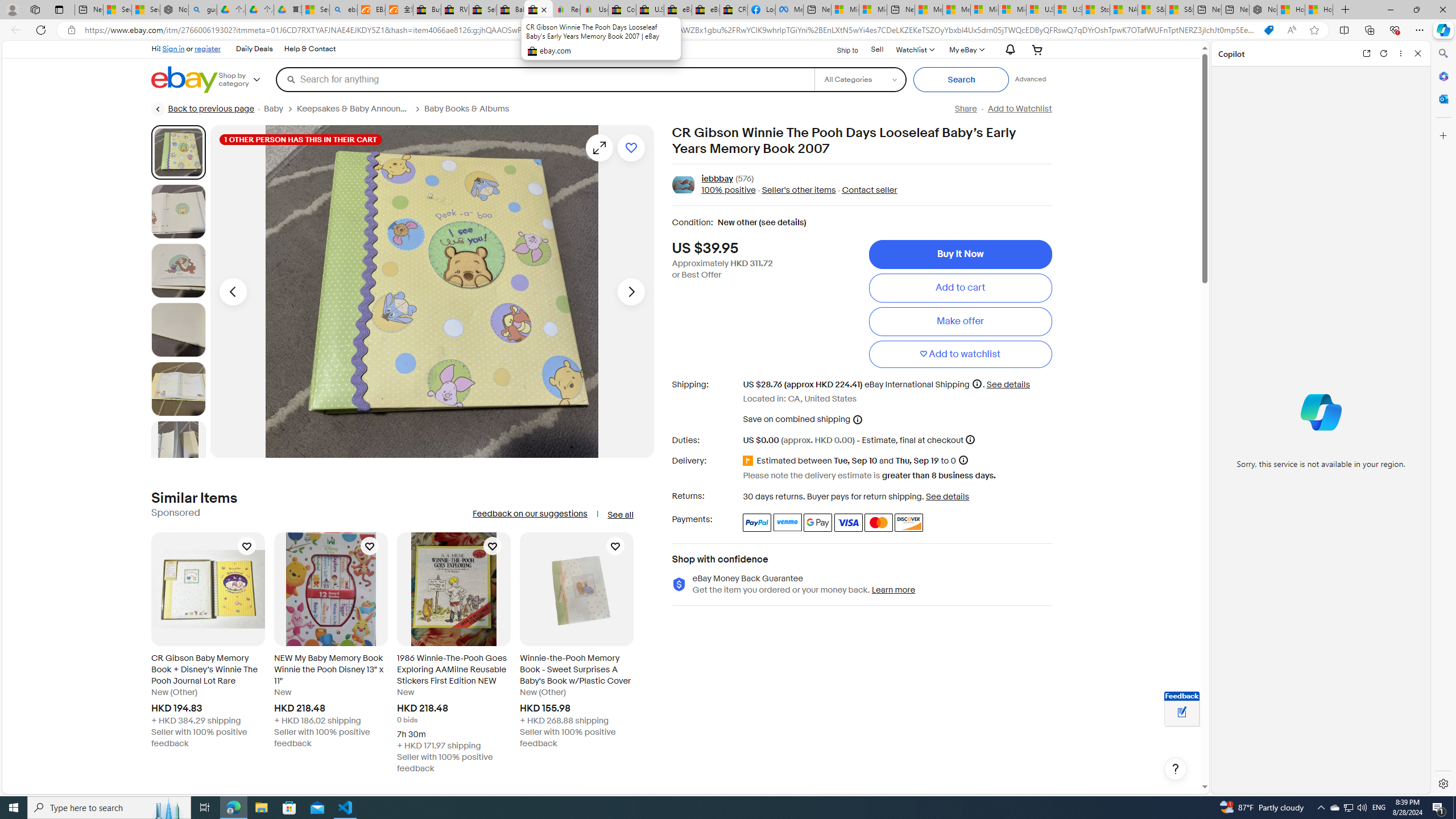  What do you see at coordinates (839, 48) in the screenshot?
I see `'Ship to'` at bounding box center [839, 48].